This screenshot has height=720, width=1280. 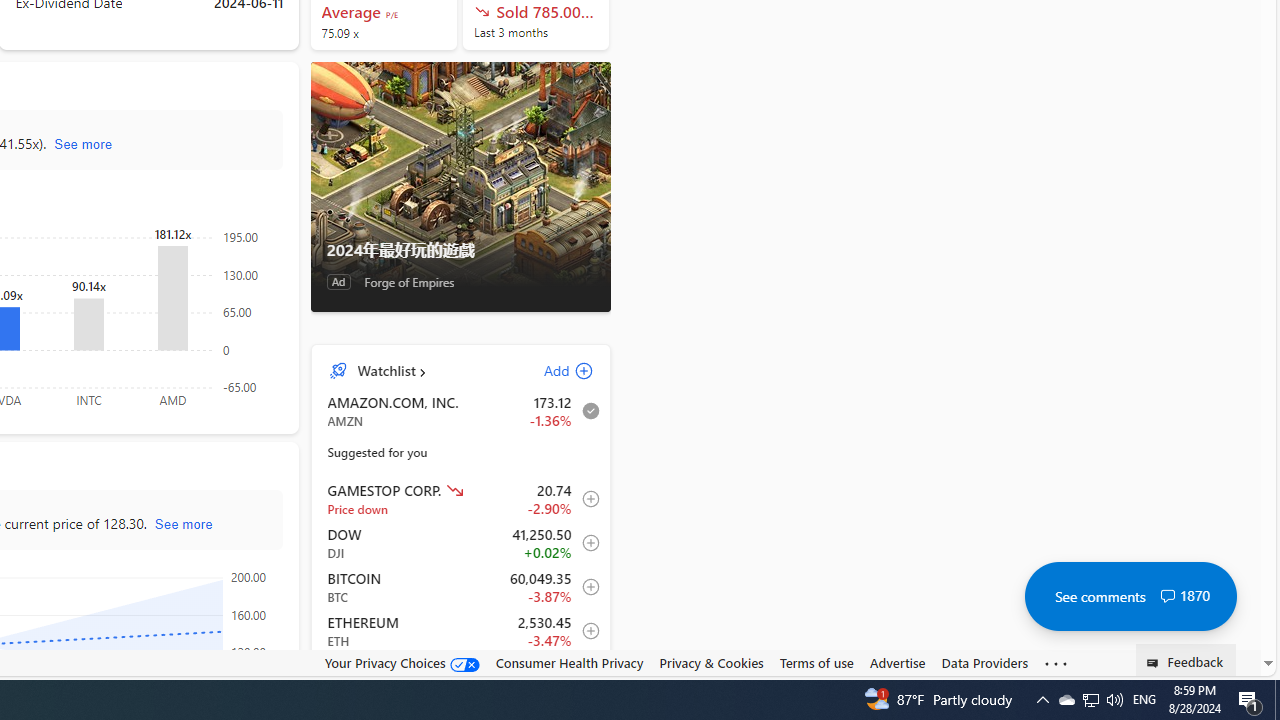 I want to click on 'DJI DOW increase 41,250.50 +9.98 +0.02% item1', so click(x=460, y=543).